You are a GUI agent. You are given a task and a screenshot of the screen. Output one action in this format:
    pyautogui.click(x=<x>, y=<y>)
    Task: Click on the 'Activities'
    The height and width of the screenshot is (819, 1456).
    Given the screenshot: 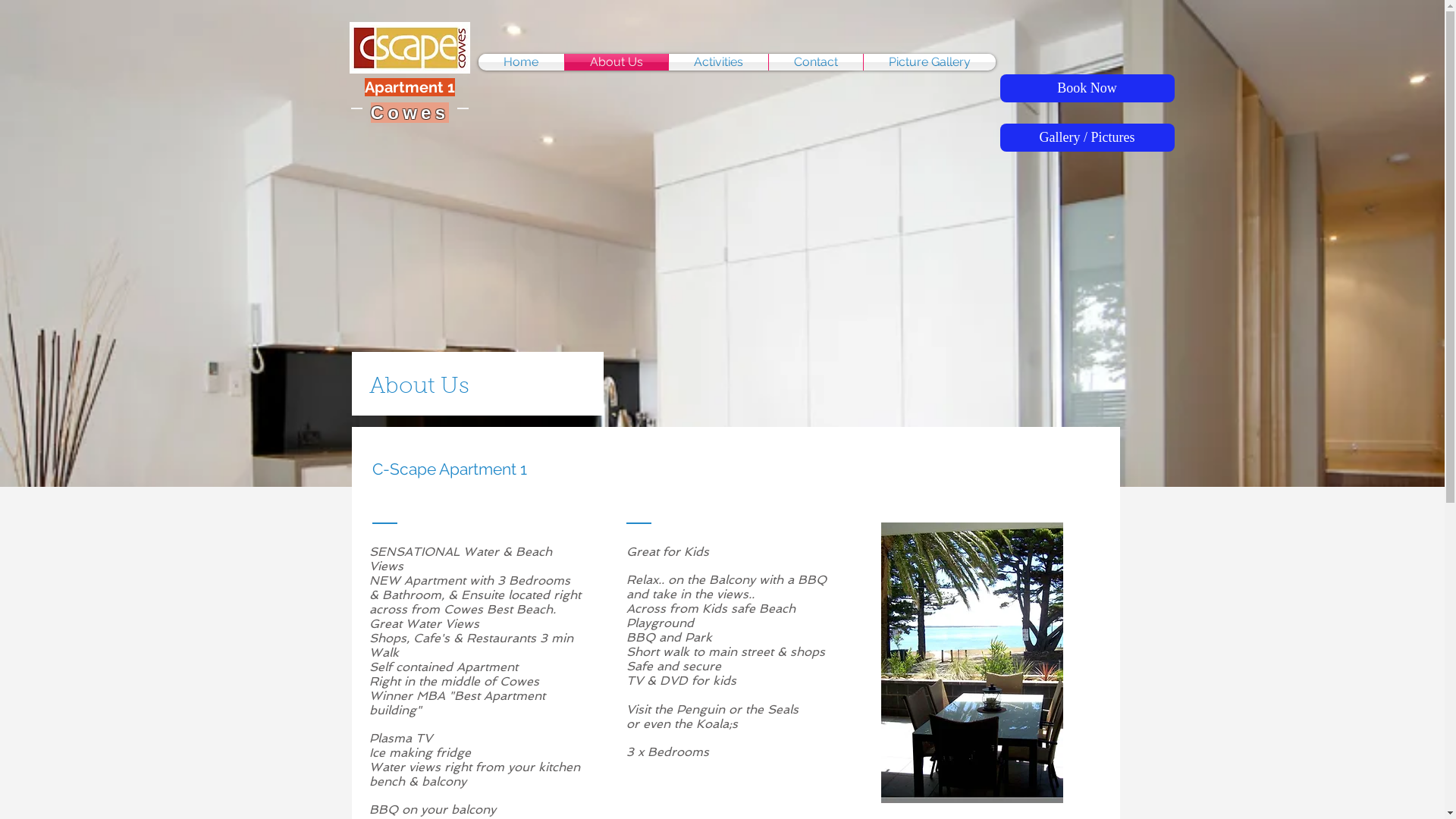 What is the action you would take?
    pyautogui.click(x=668, y=61)
    